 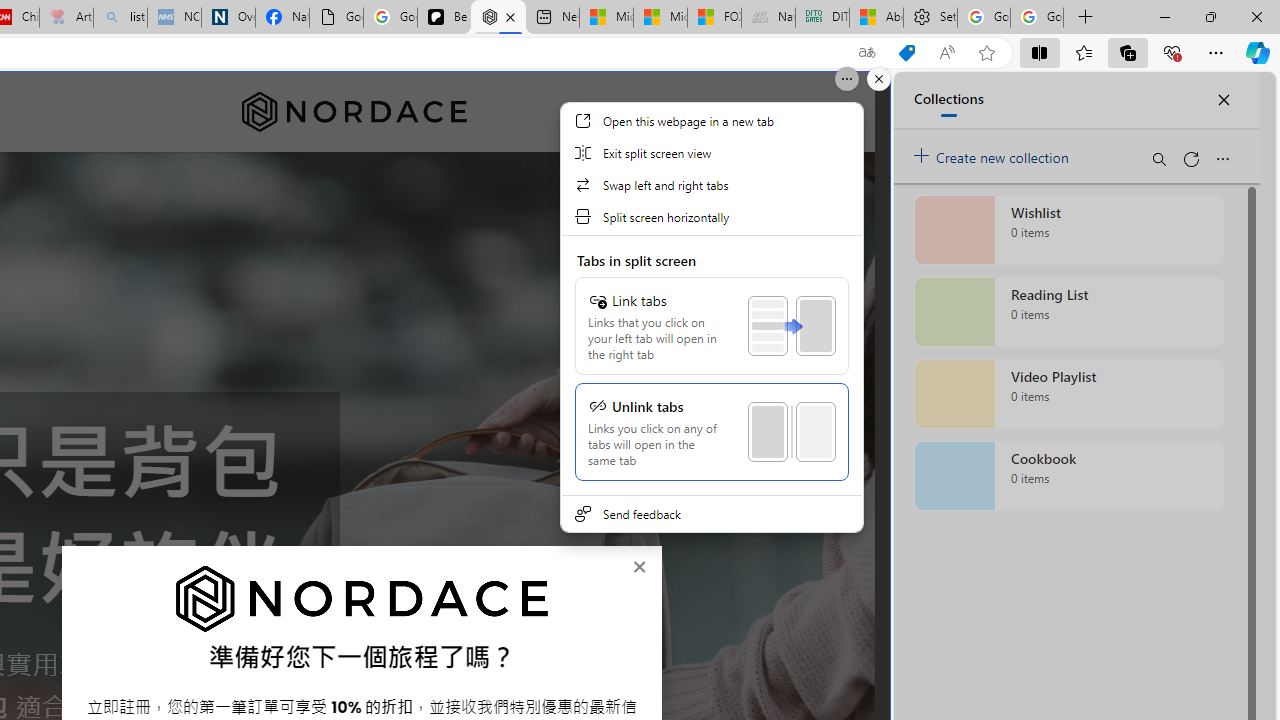 What do you see at coordinates (711, 325) in the screenshot?
I see `'Link tabs'` at bounding box center [711, 325].